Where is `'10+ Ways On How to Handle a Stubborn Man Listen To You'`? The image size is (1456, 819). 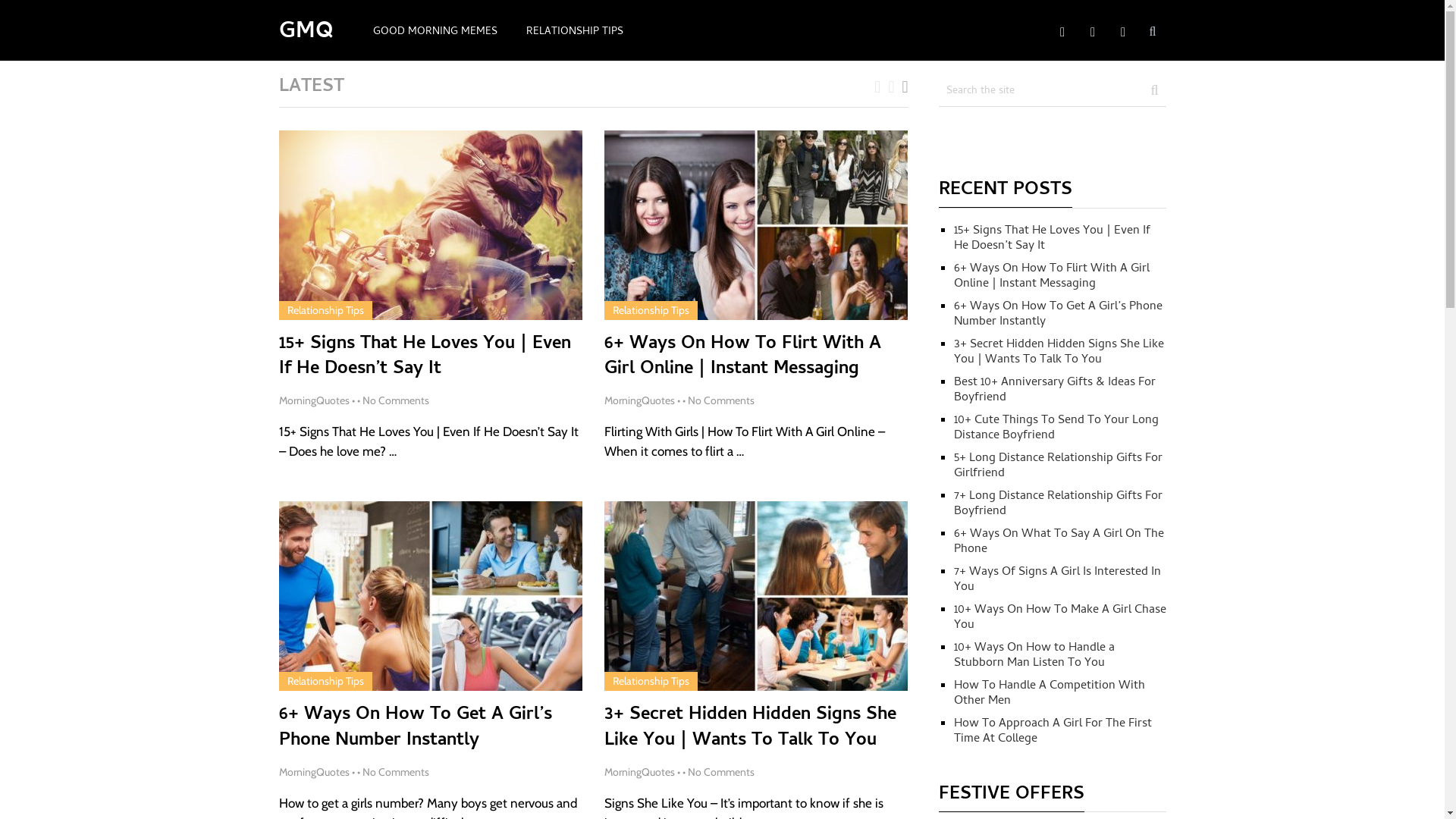 '10+ Ways On How to Handle a Stubborn Man Listen To You' is located at coordinates (1033, 654).